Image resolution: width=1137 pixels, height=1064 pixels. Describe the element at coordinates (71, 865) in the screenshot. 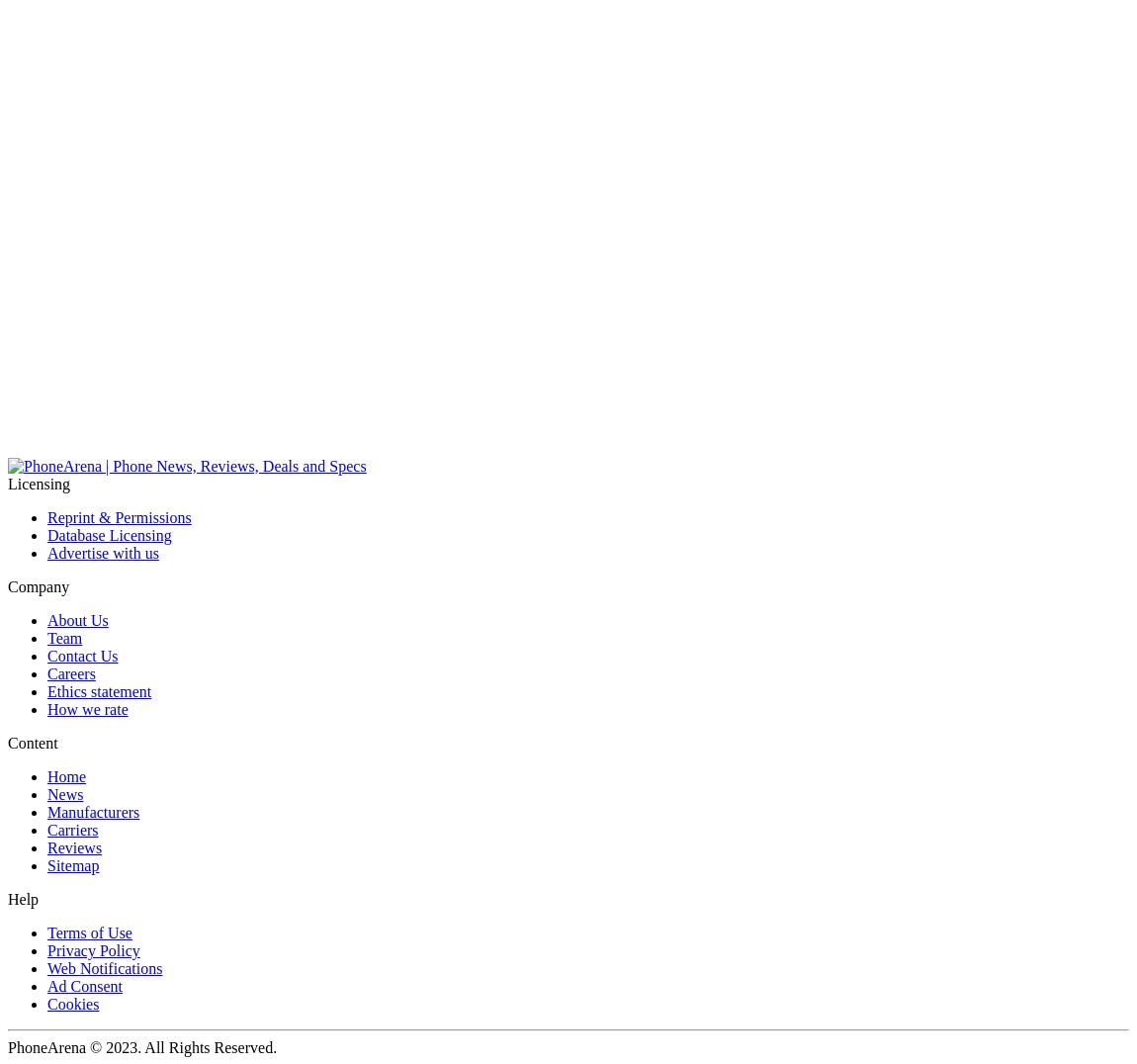

I see `'Sitemap'` at that location.